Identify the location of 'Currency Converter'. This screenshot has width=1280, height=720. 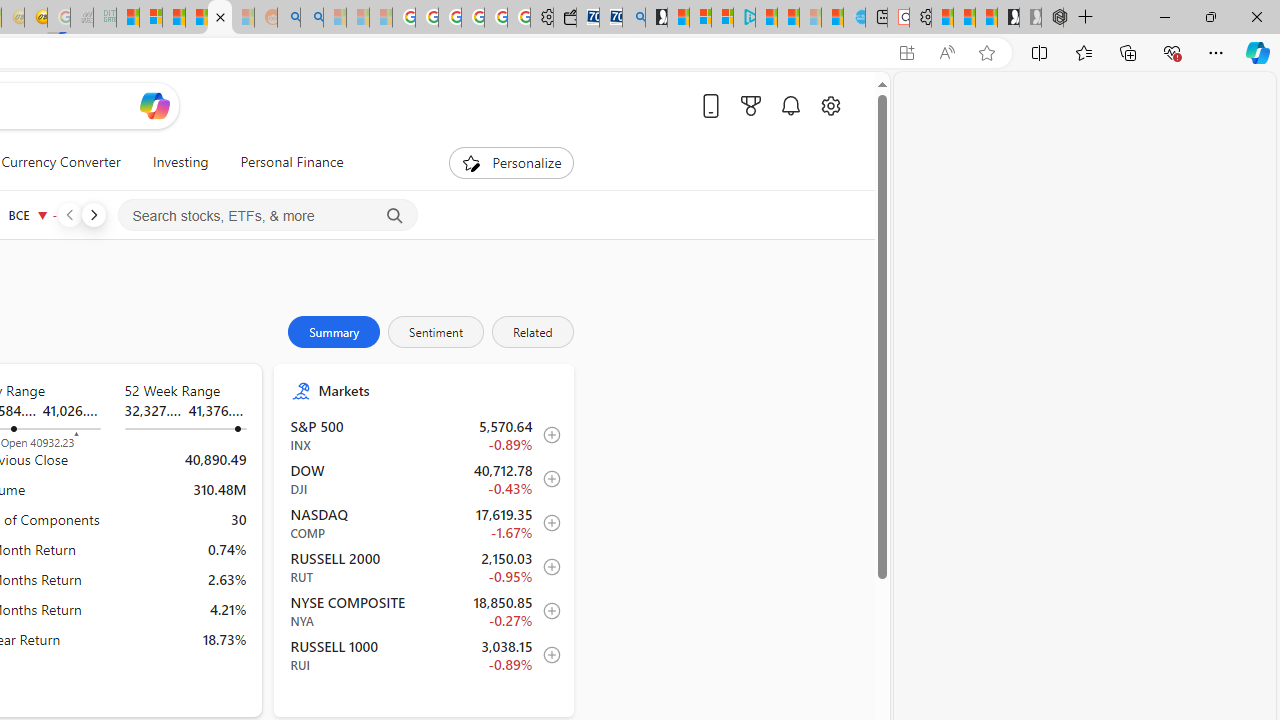
(61, 162).